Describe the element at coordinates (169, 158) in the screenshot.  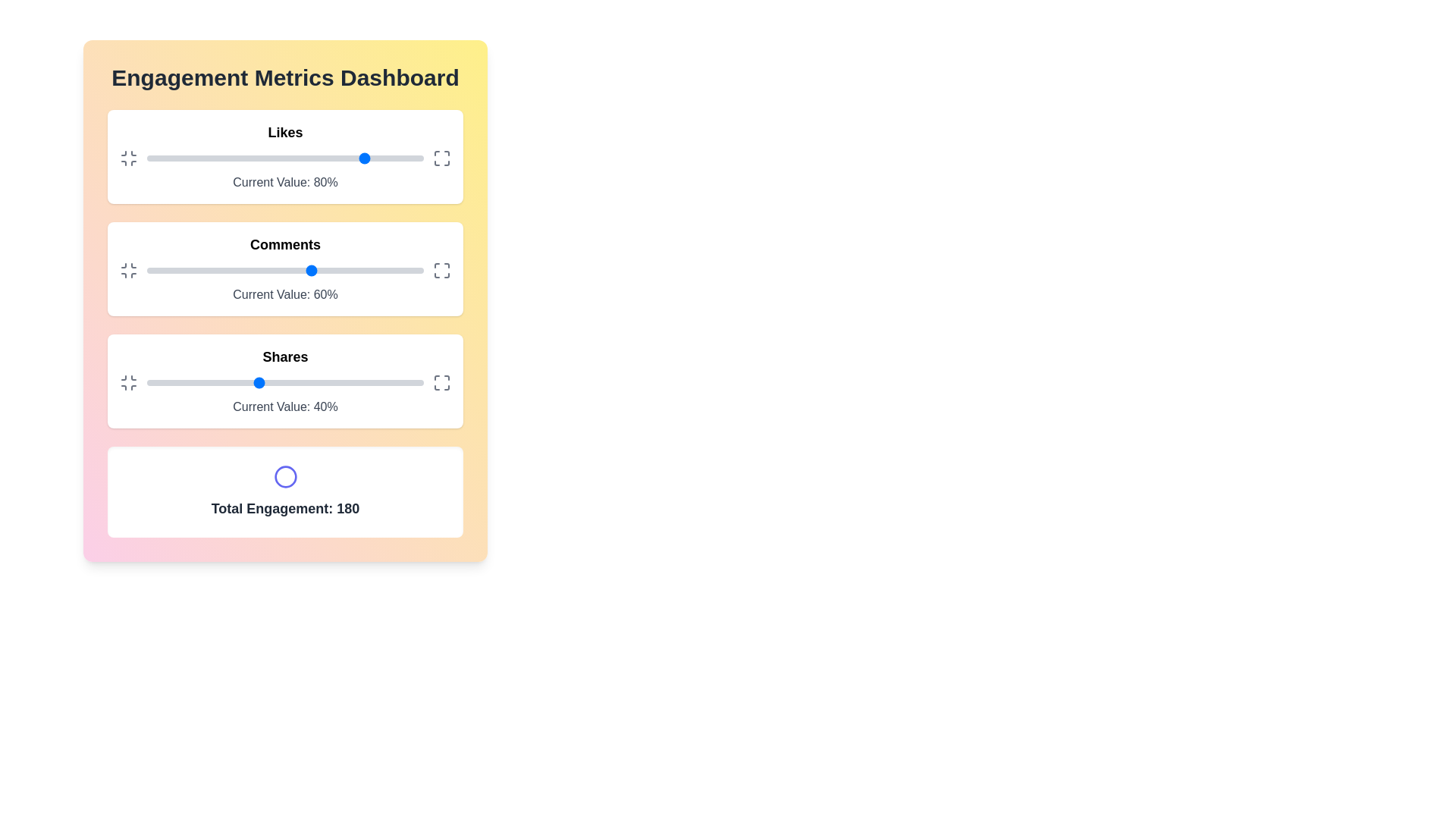
I see `the likes slider` at that location.